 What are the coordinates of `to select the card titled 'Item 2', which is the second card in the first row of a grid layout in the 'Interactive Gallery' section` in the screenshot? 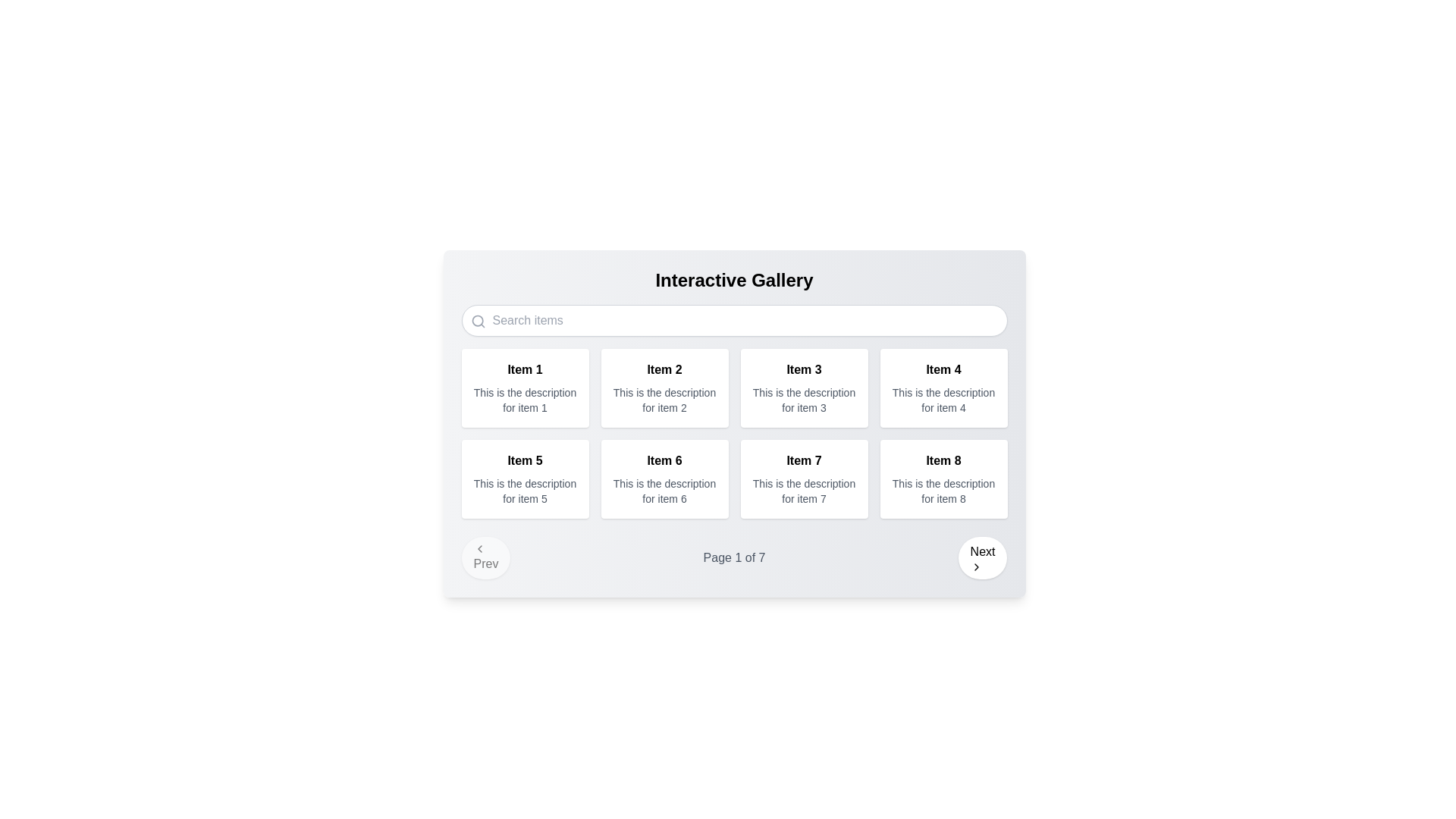 It's located at (734, 424).